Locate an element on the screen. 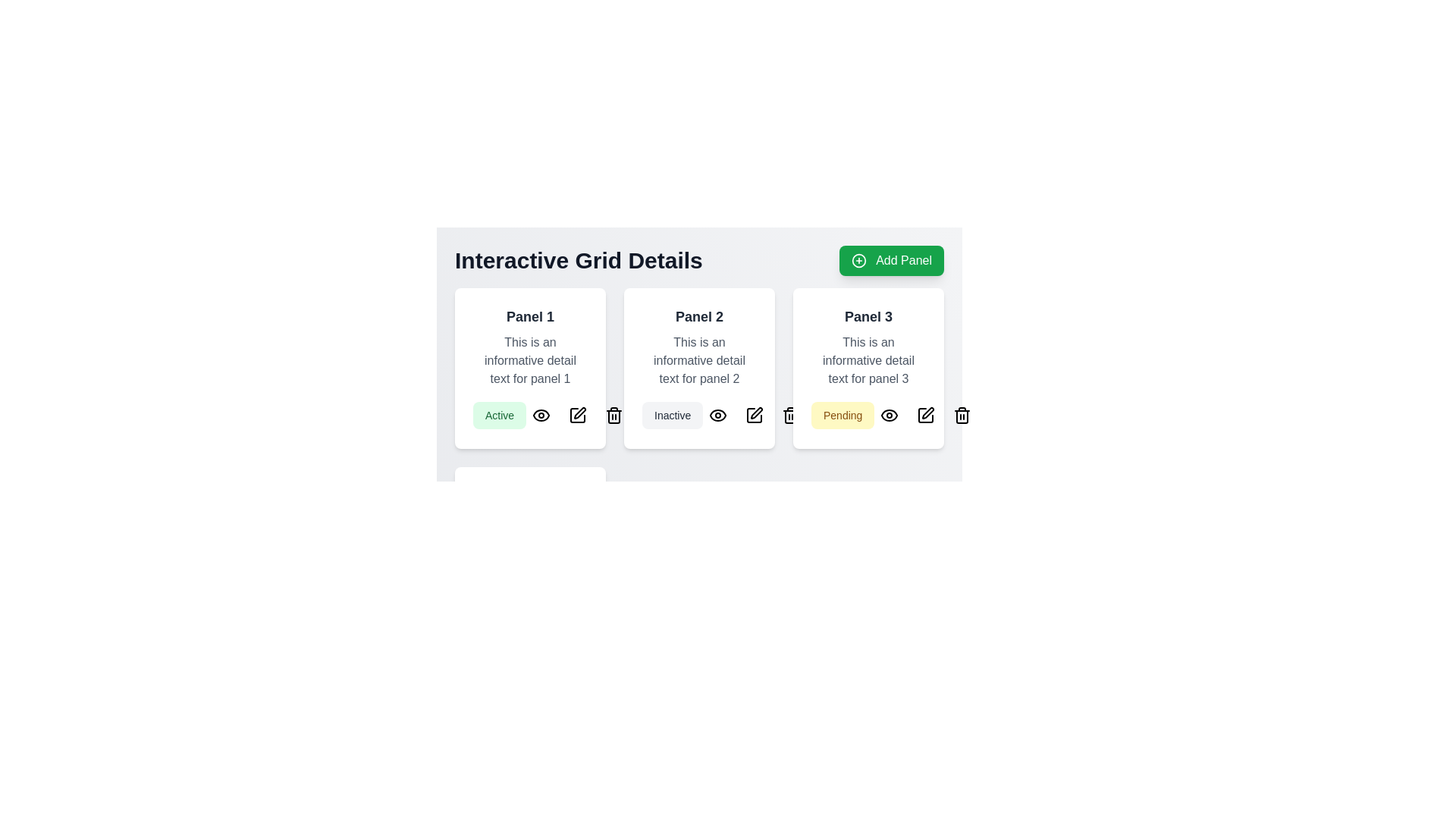  the pencil icon in 'Panel 1' is located at coordinates (577, 415).